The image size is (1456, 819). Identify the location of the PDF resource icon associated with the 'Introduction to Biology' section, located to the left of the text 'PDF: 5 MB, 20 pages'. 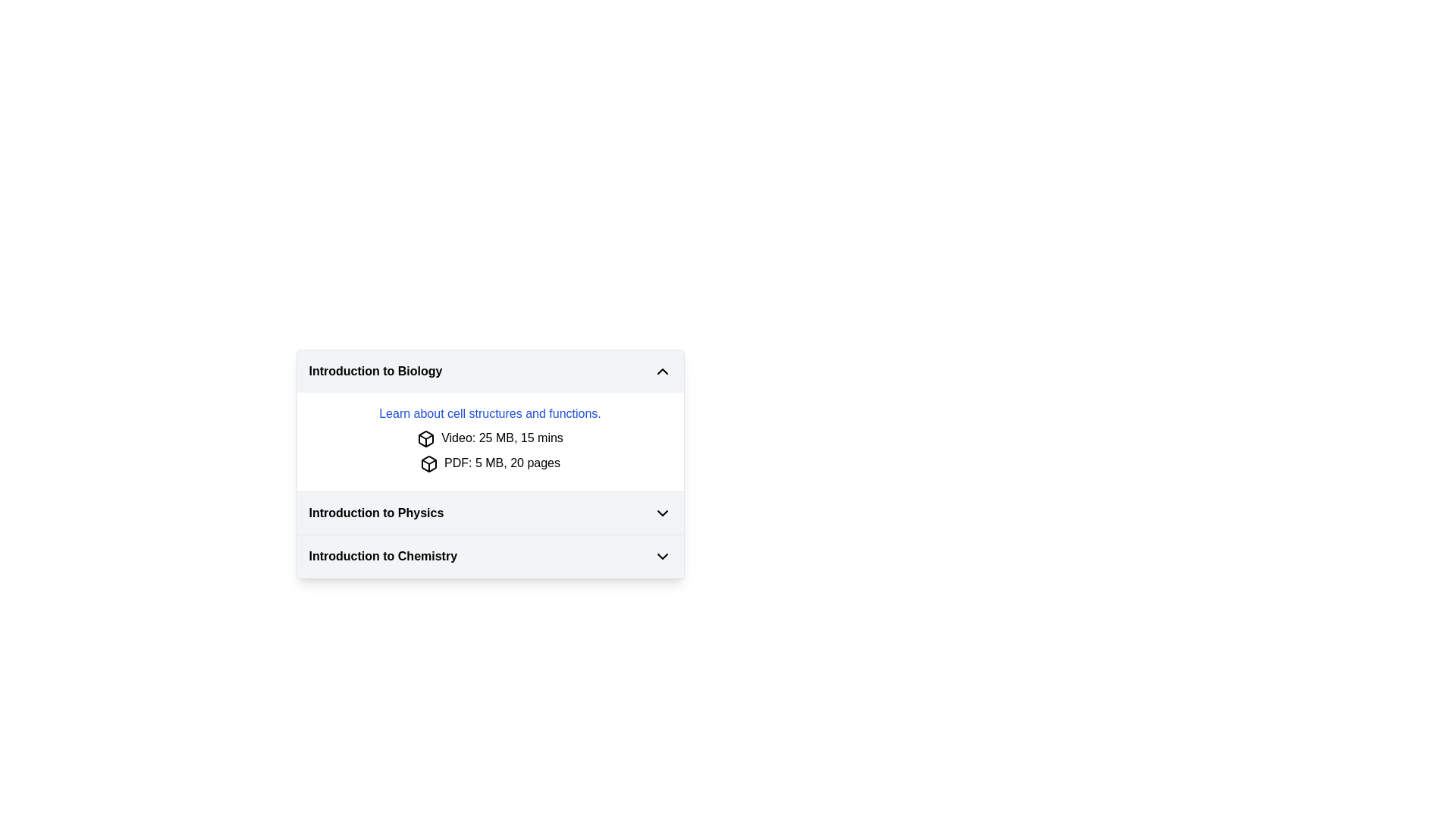
(425, 438).